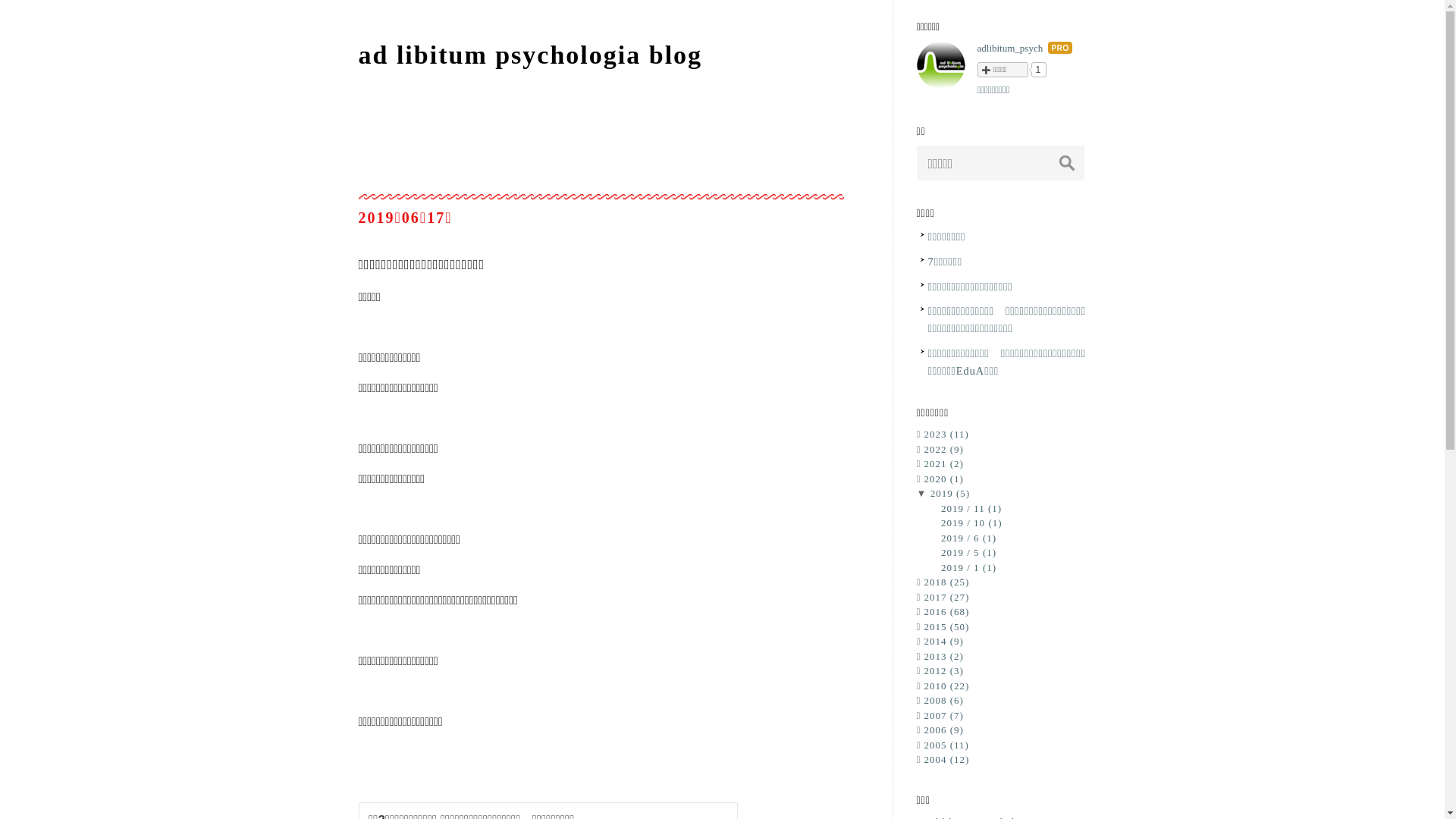 This screenshot has height=819, width=1456. What do you see at coordinates (942, 448) in the screenshot?
I see `'2022 (9)'` at bounding box center [942, 448].